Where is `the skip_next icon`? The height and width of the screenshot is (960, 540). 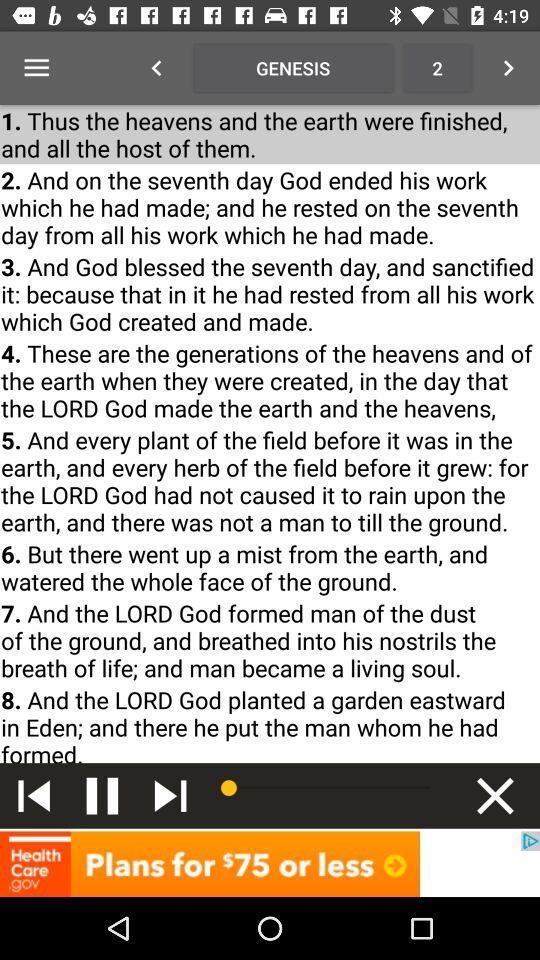 the skip_next icon is located at coordinates (170, 795).